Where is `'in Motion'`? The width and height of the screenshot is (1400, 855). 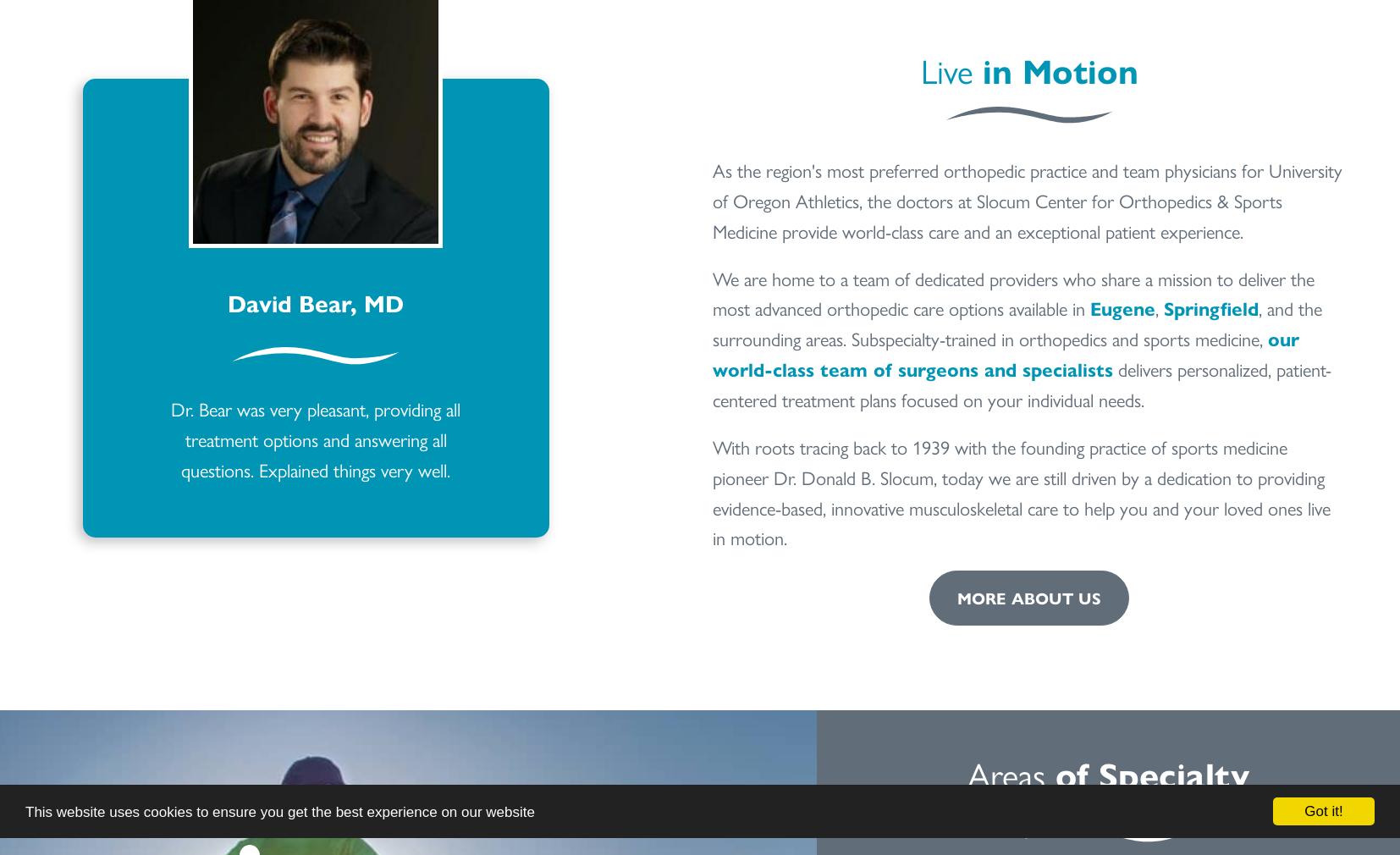 'in Motion' is located at coordinates (1060, 69).